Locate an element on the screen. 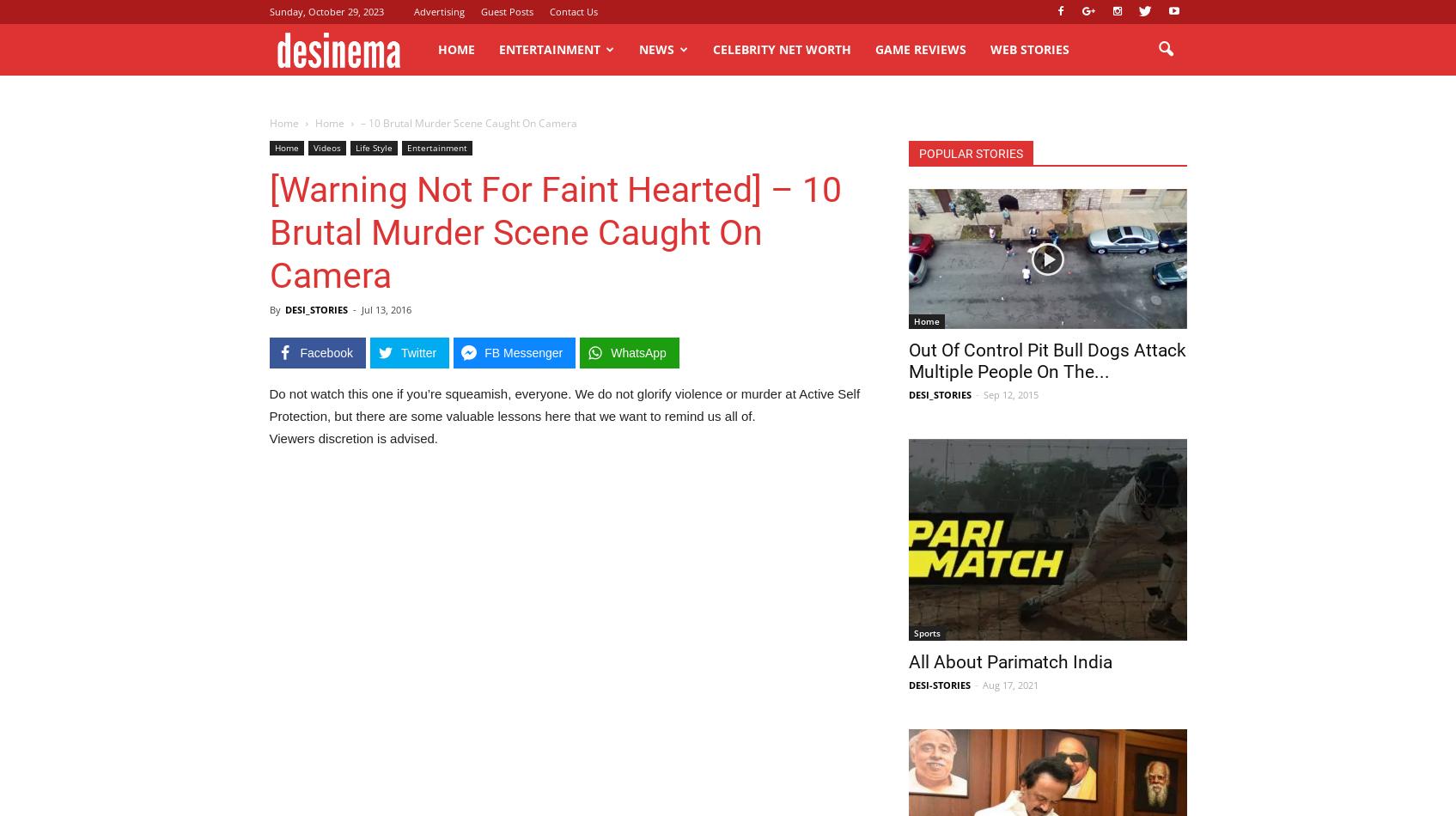 This screenshot has width=1456, height=816. '– 10 Brutal Murder Scene Caught On Camera' is located at coordinates (467, 123).